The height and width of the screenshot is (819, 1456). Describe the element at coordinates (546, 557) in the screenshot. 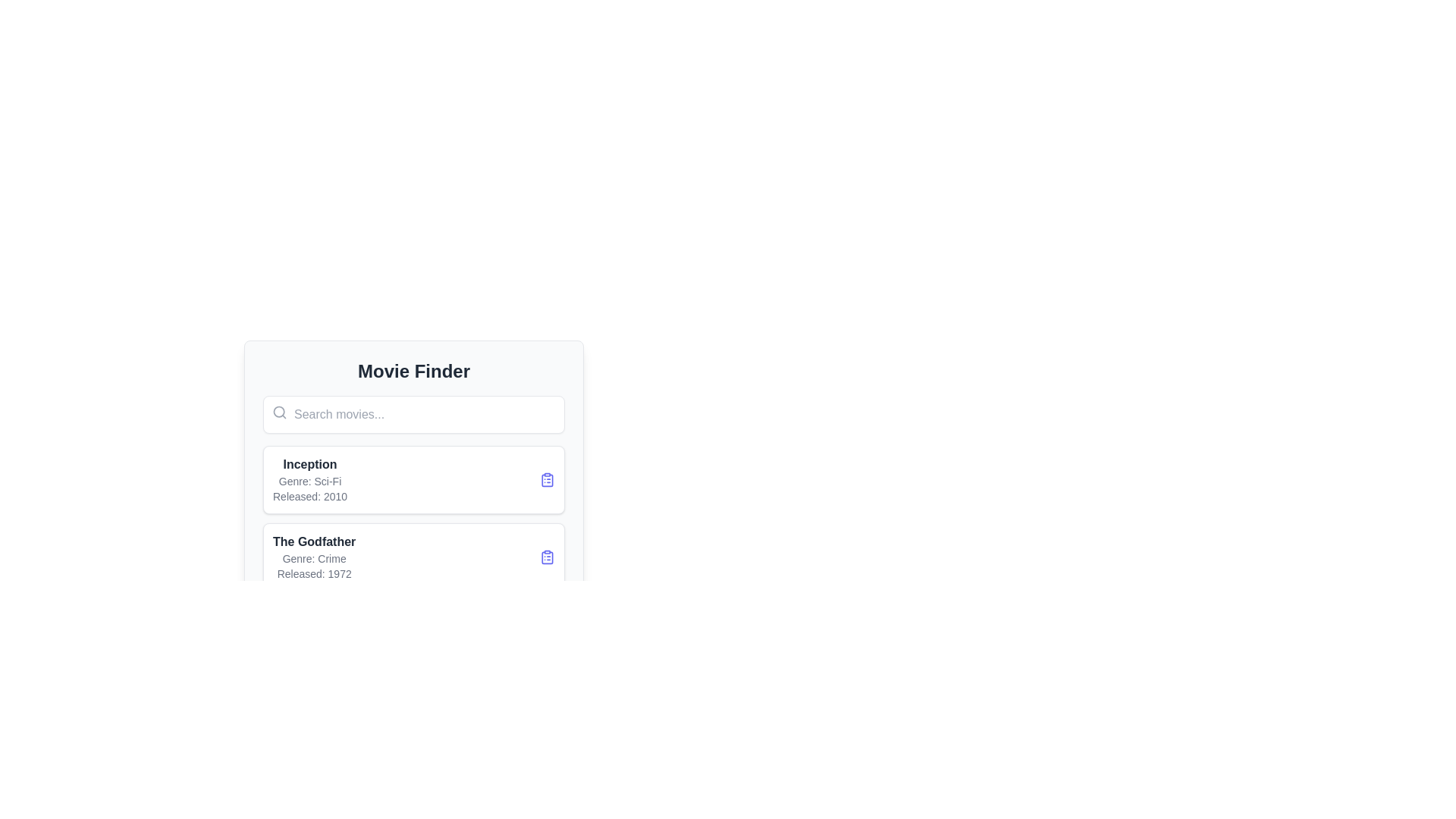

I see `the small indigo clipboard icon located at the bottom-right corner of the card titled 'The Godfather', which is below the 'Inception' card` at that location.